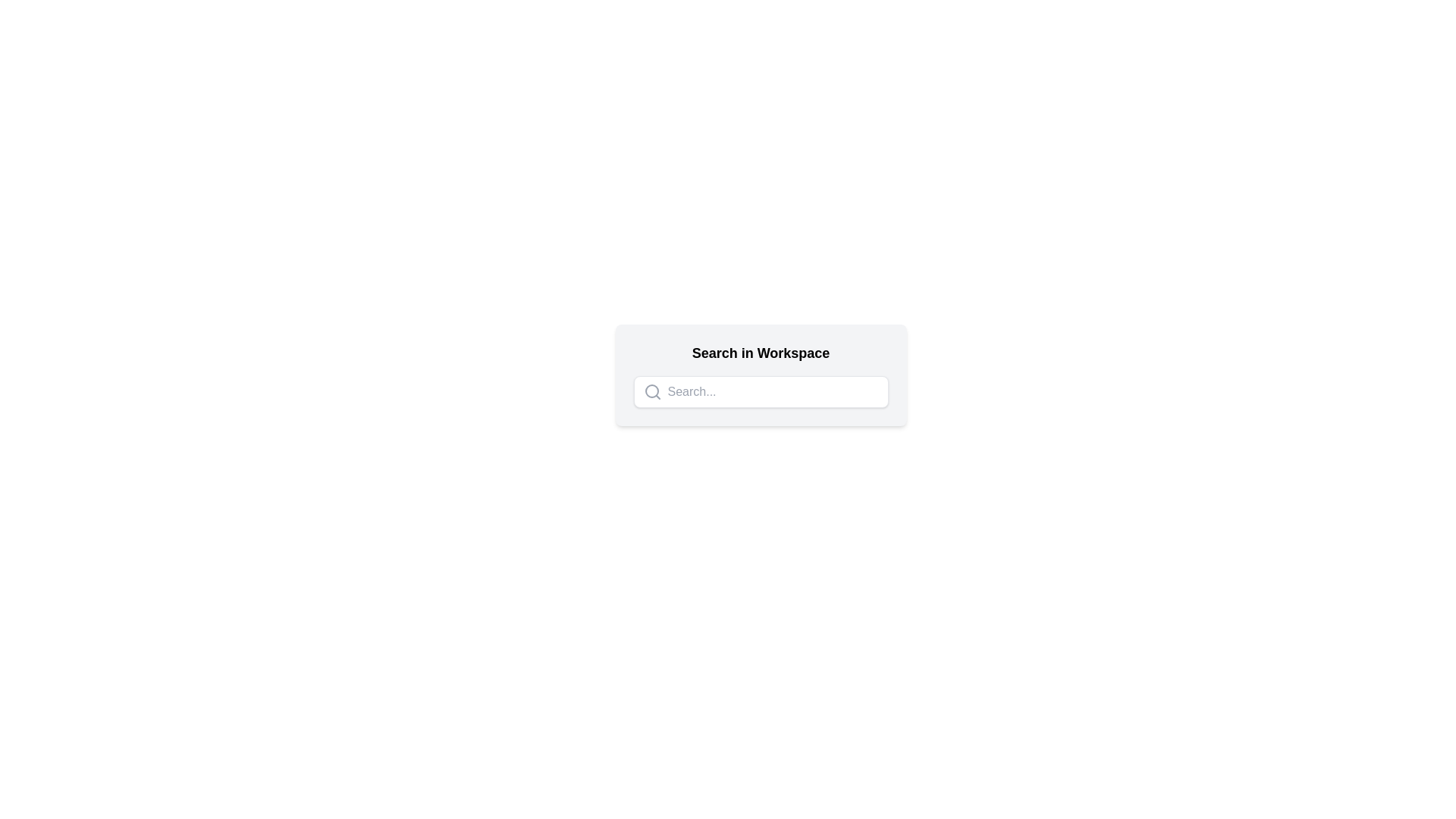 The height and width of the screenshot is (819, 1456). What do you see at coordinates (652, 391) in the screenshot?
I see `the gray magnifying glass icon located at the leftmost position of the search bar` at bounding box center [652, 391].